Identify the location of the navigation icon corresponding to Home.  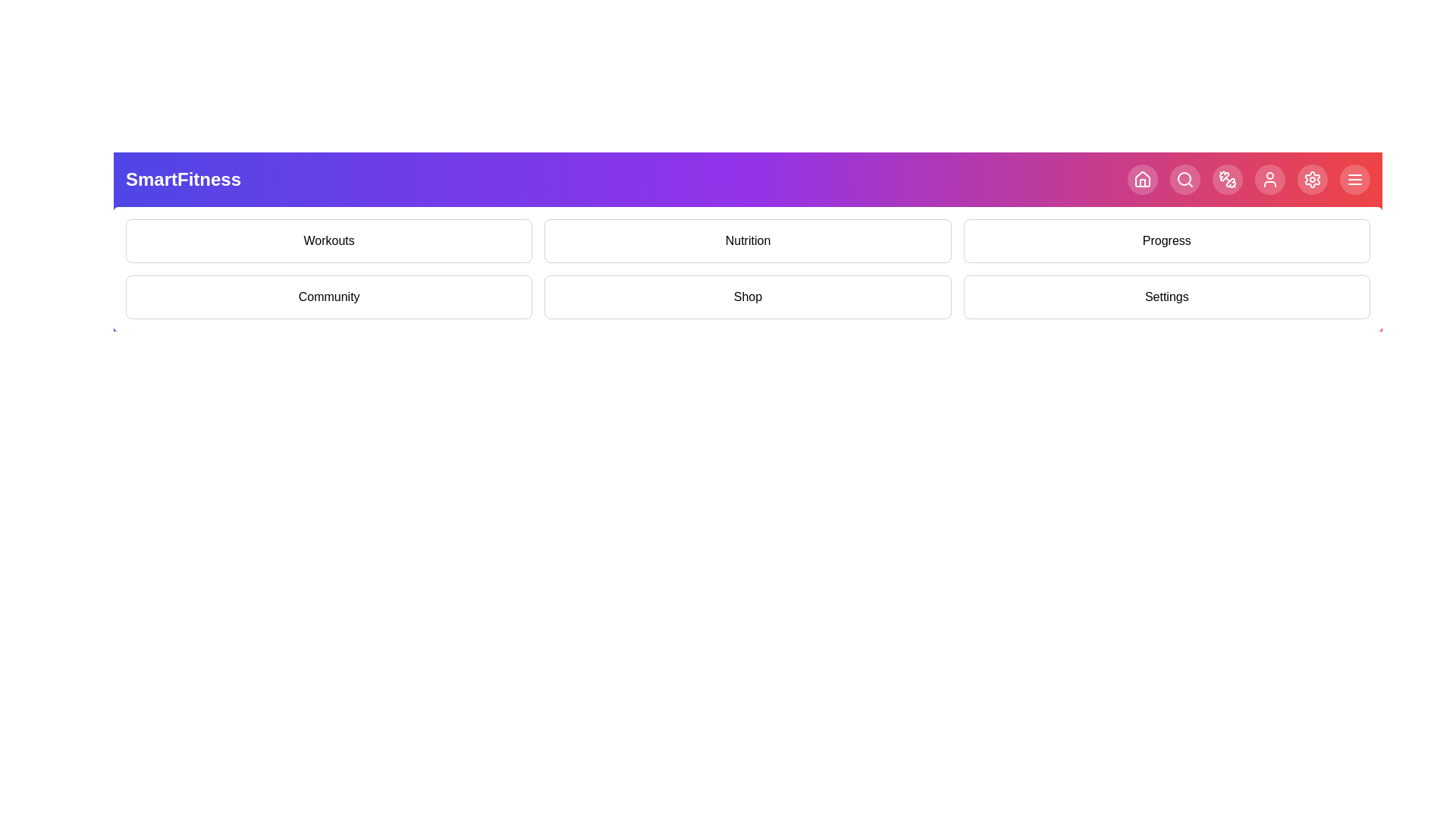
(1143, 178).